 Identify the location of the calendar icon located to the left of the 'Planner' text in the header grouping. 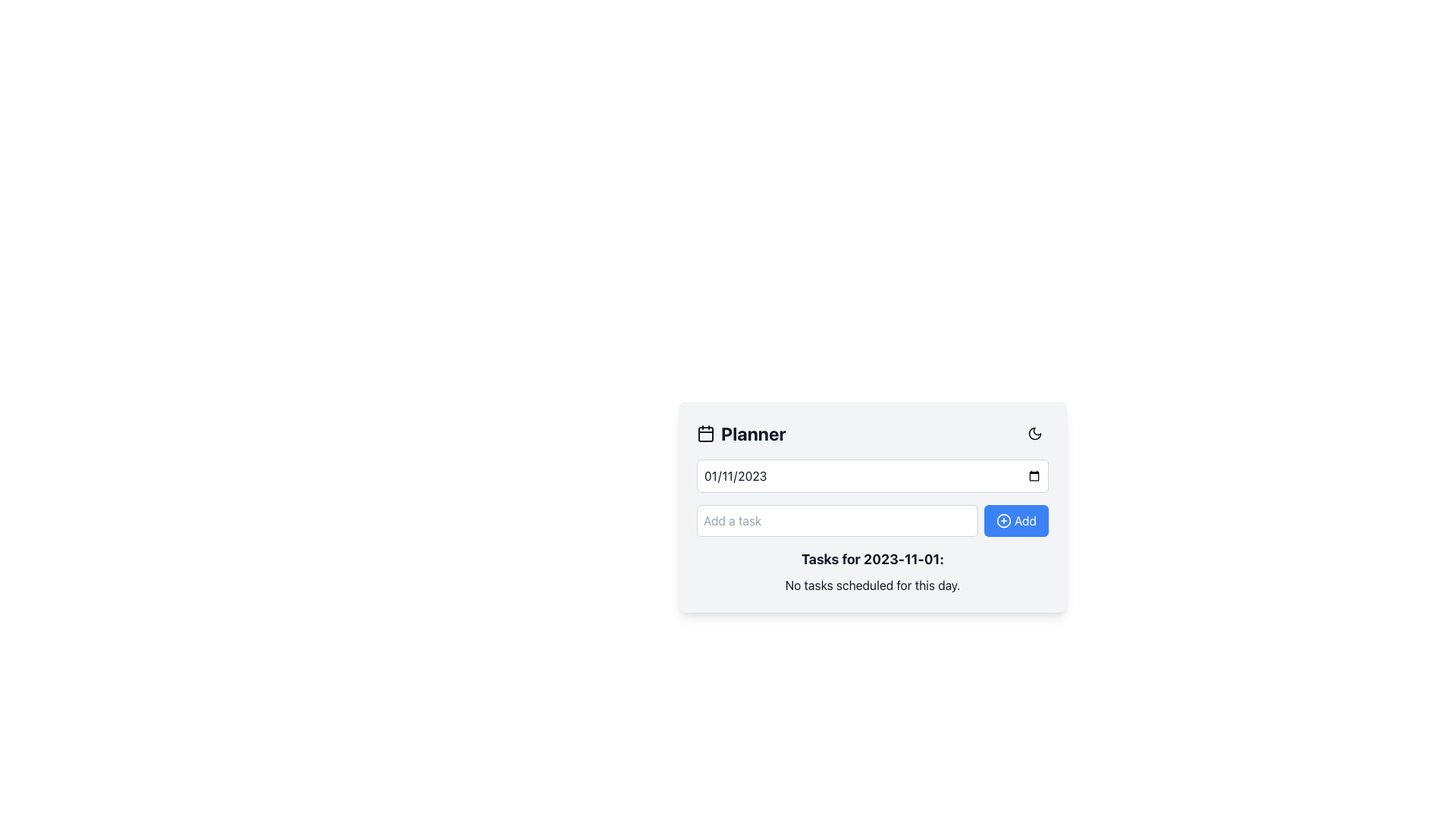
(705, 433).